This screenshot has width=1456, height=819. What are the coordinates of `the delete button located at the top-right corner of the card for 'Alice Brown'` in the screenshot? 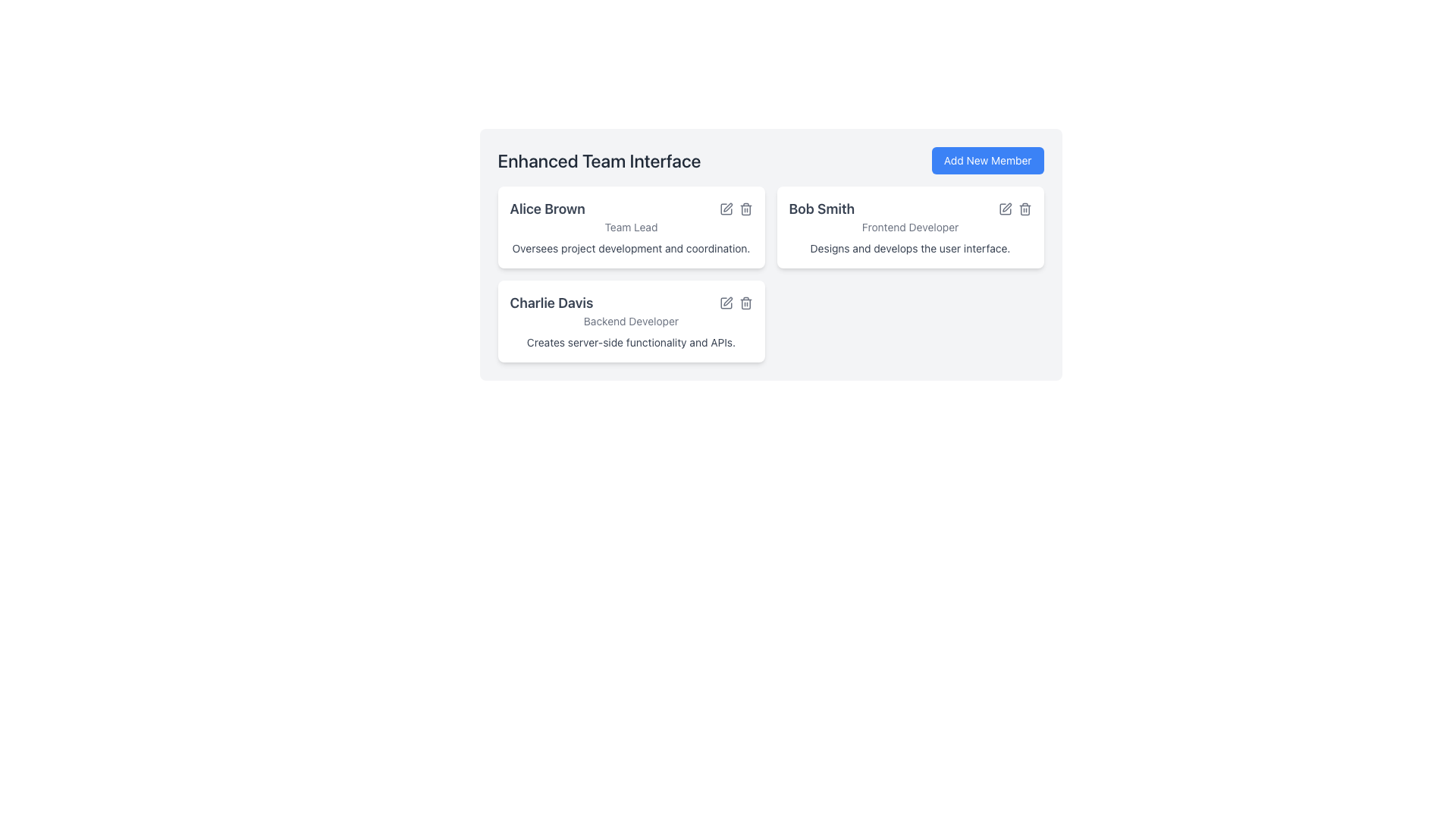 It's located at (745, 209).